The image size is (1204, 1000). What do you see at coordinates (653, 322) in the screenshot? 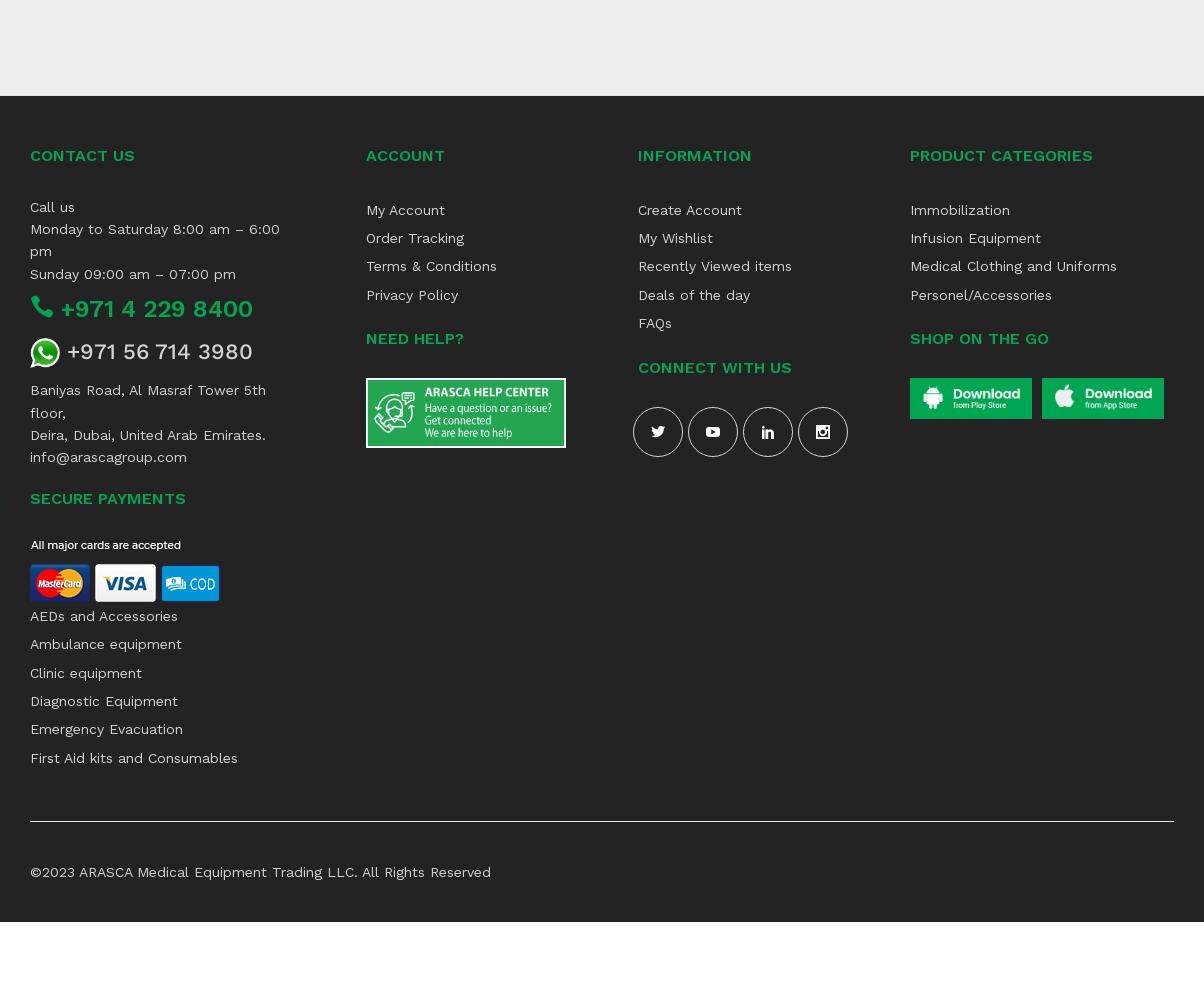
I see `'FAQs'` at bounding box center [653, 322].